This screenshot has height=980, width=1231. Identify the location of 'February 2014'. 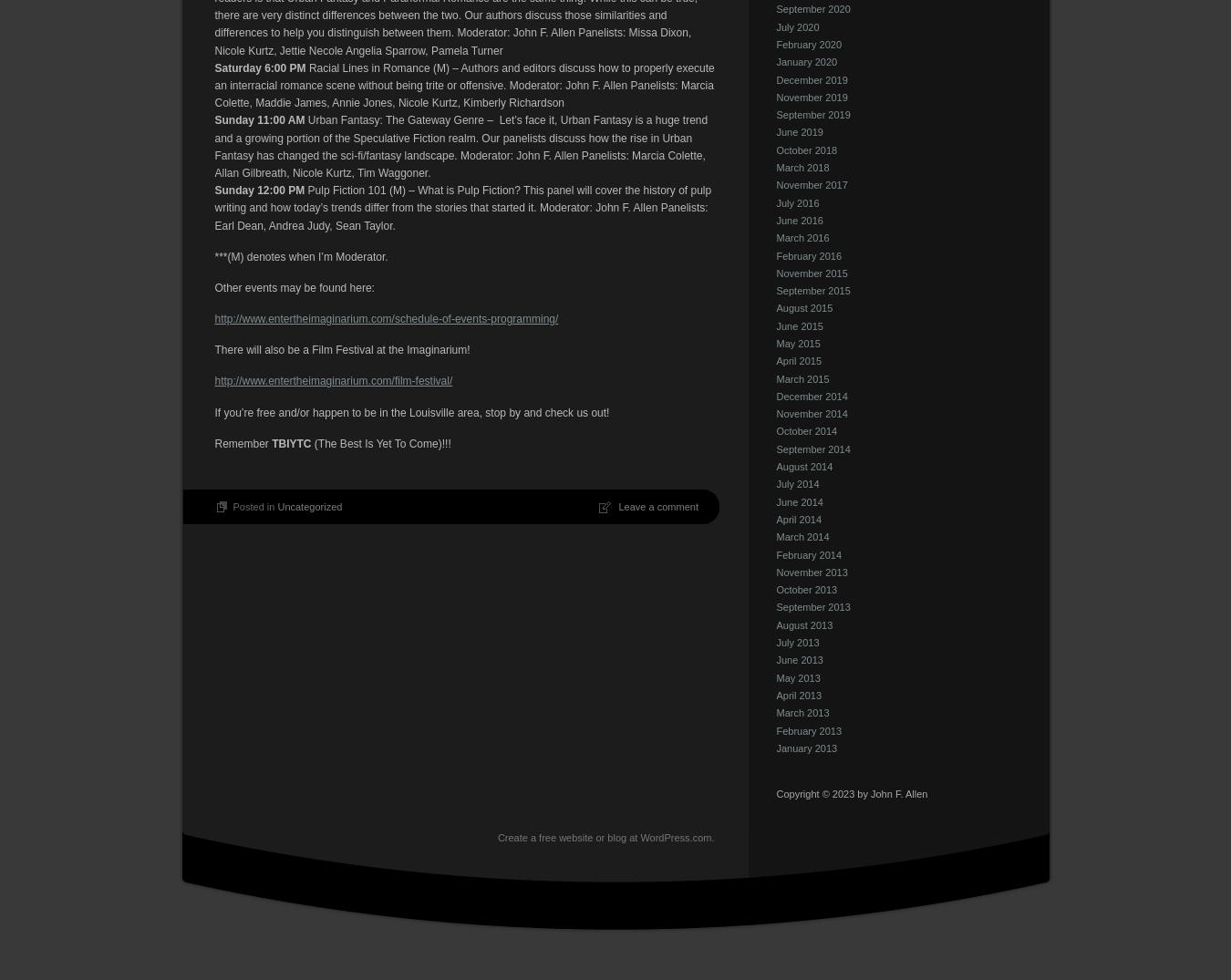
(776, 553).